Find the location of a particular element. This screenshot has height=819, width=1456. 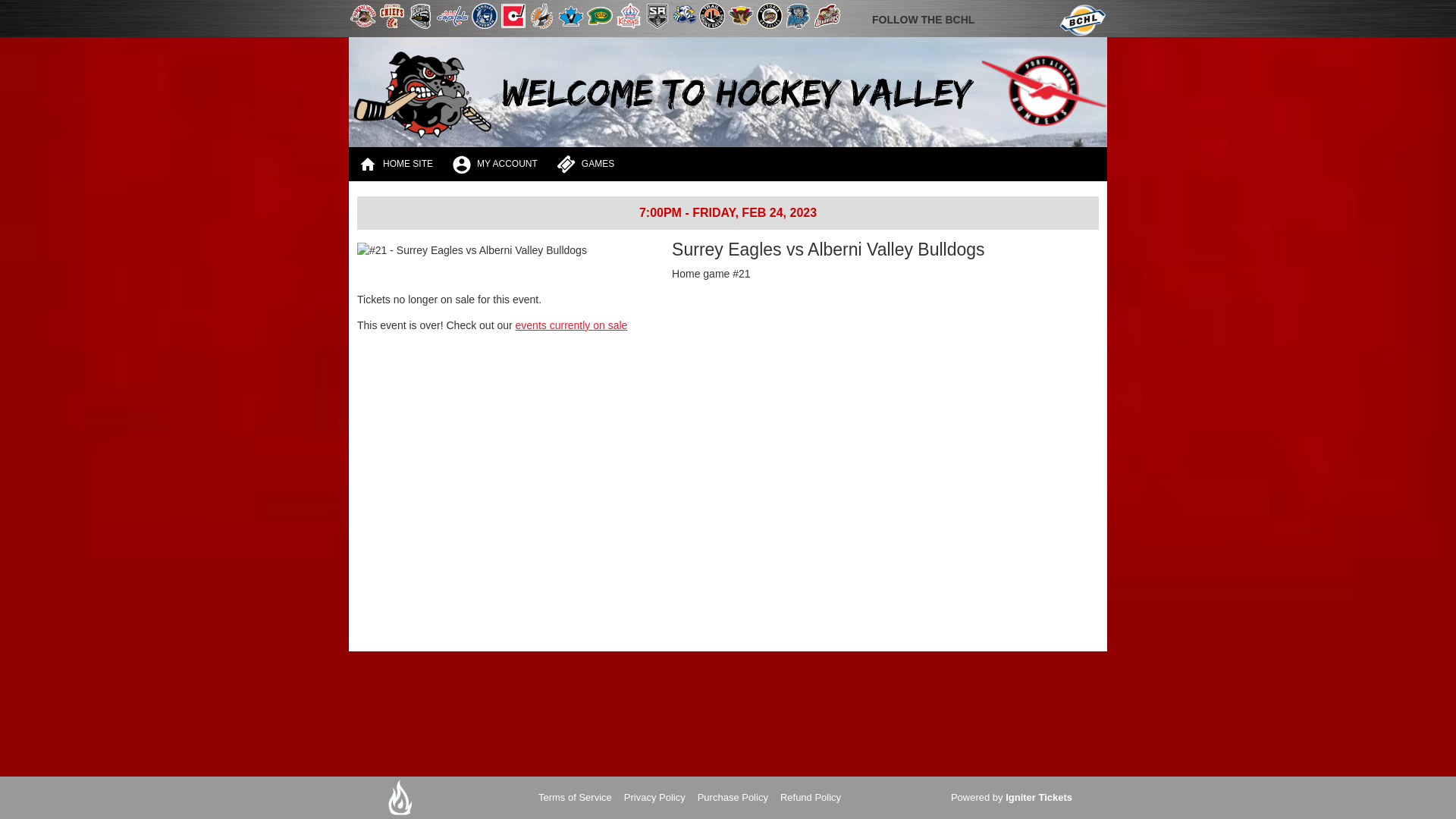

'events currently on sale' is located at coordinates (570, 324).